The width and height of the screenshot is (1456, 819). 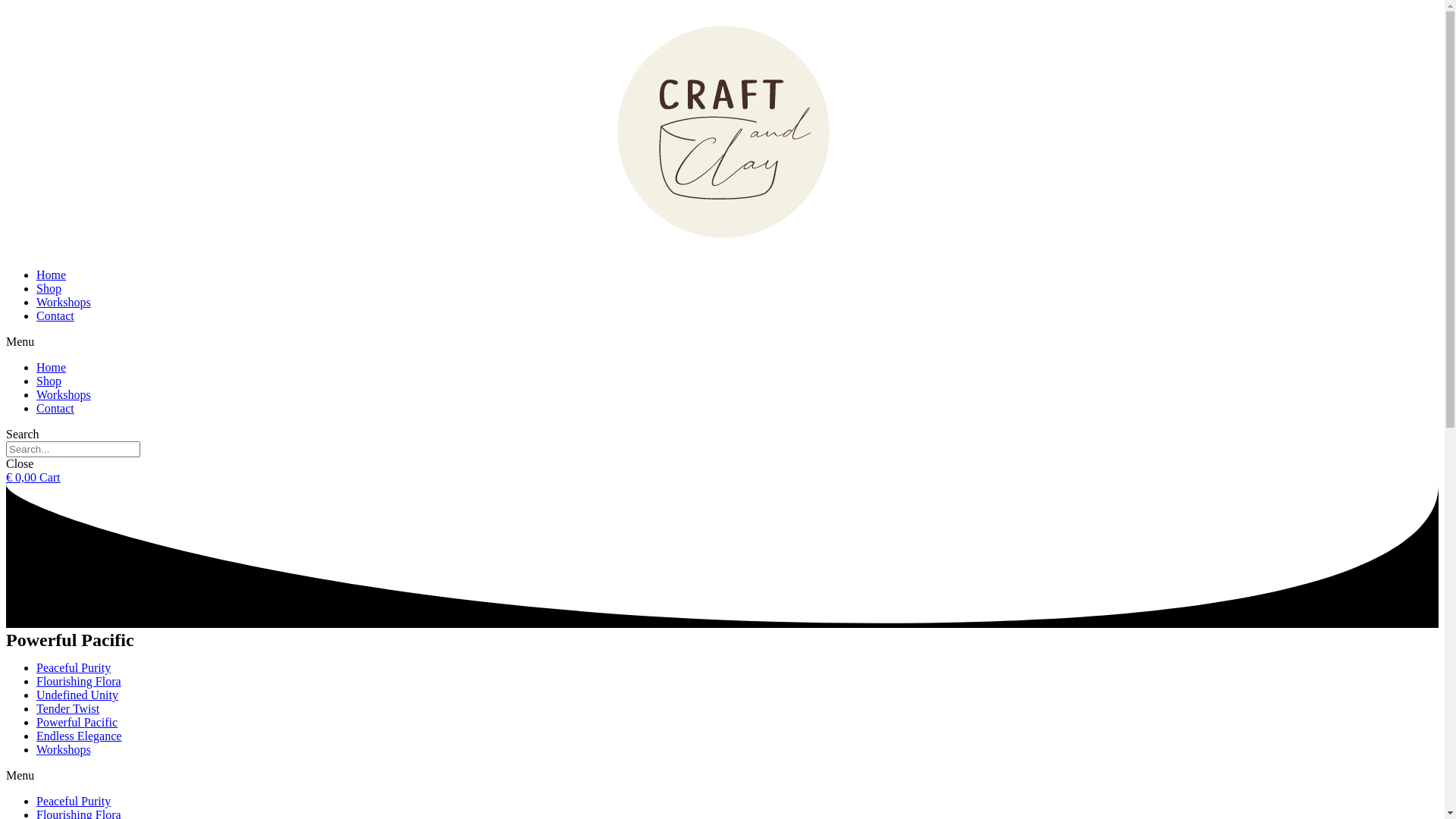 I want to click on 'Workshops', so click(x=62, y=394).